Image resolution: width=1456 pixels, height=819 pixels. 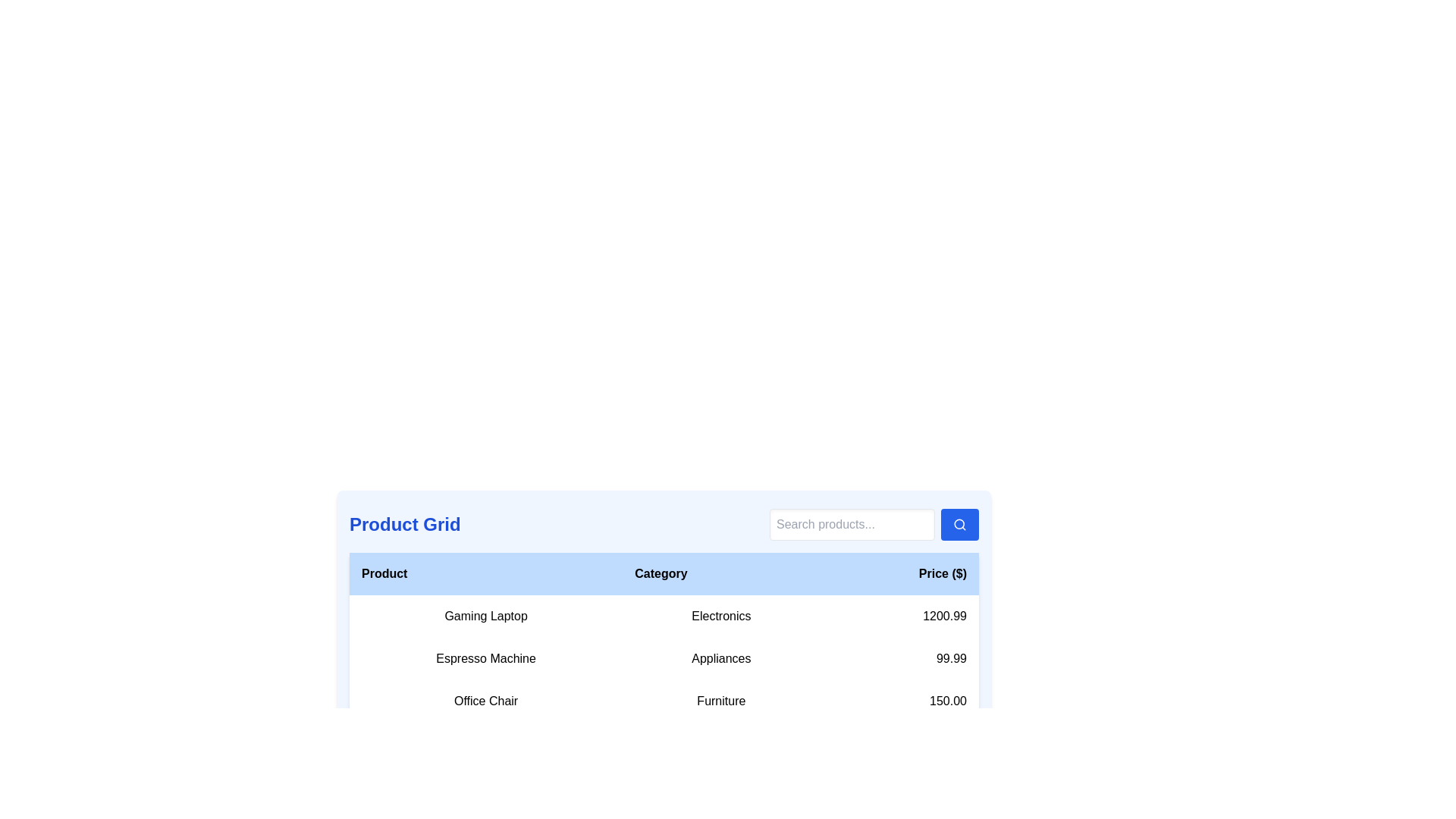 What do you see at coordinates (852, 523) in the screenshot?
I see `the search bar` at bounding box center [852, 523].